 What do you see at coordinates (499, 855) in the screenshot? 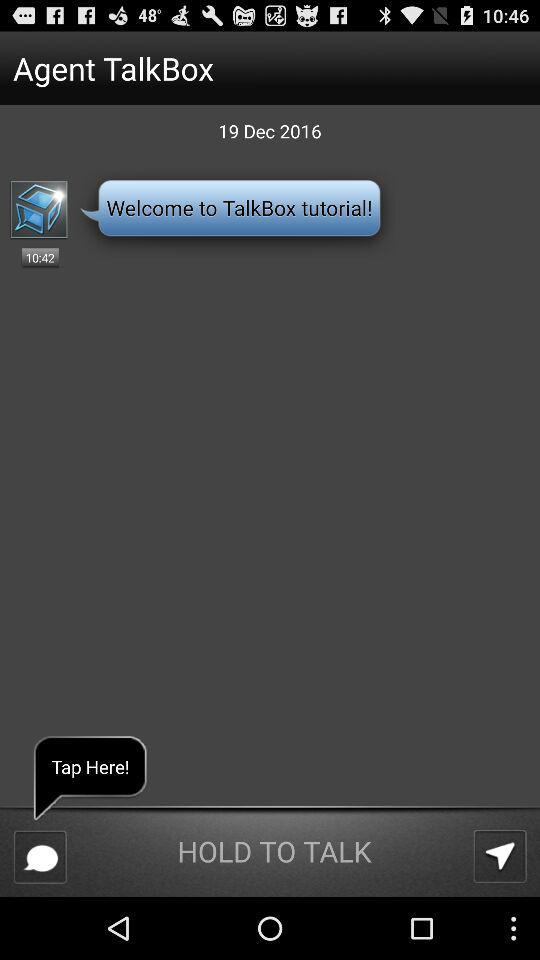
I see `the app below 19 dec 2016 item` at bounding box center [499, 855].